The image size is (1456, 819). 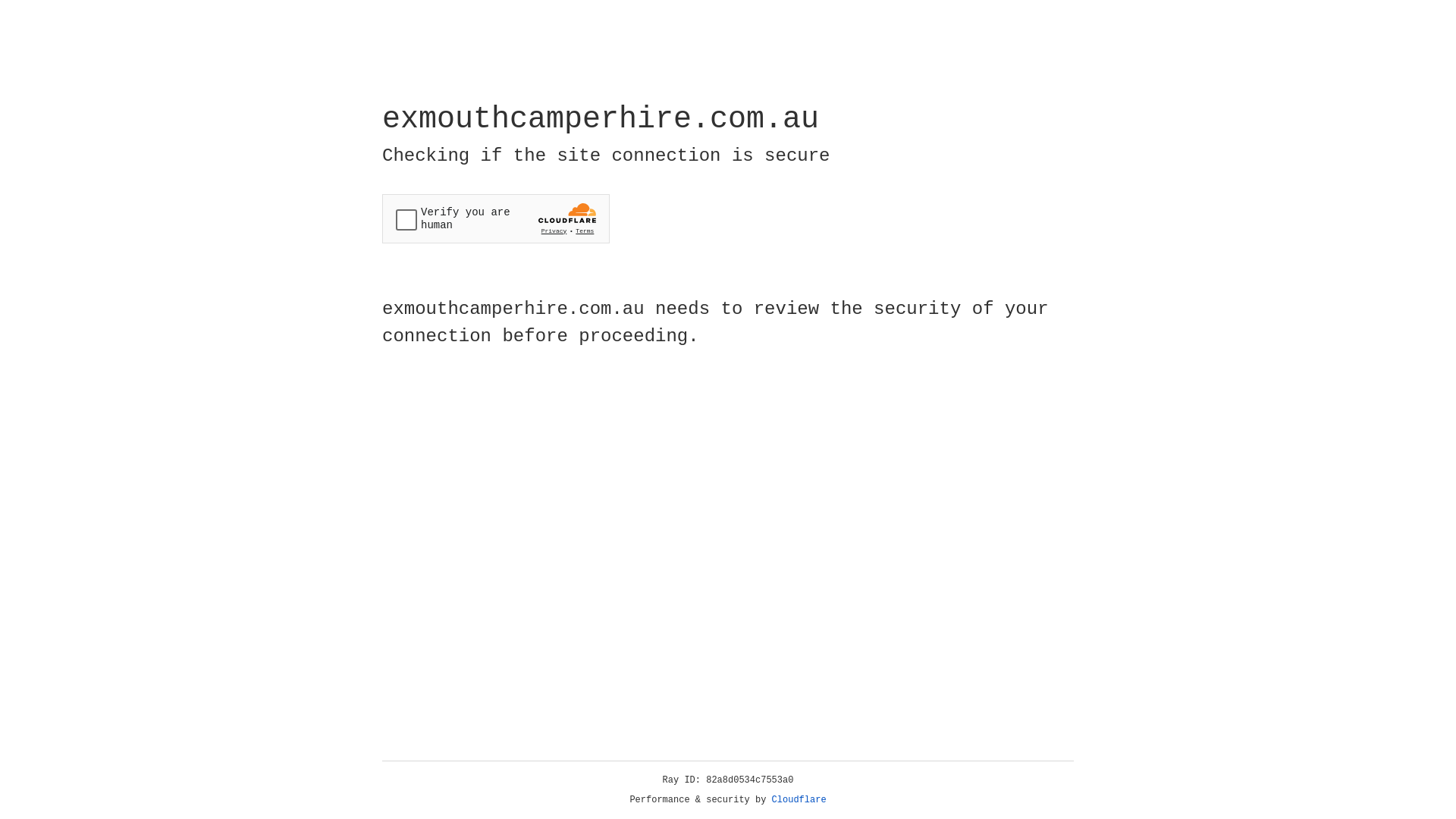 I want to click on 'Cloudflare', so click(x=799, y=799).